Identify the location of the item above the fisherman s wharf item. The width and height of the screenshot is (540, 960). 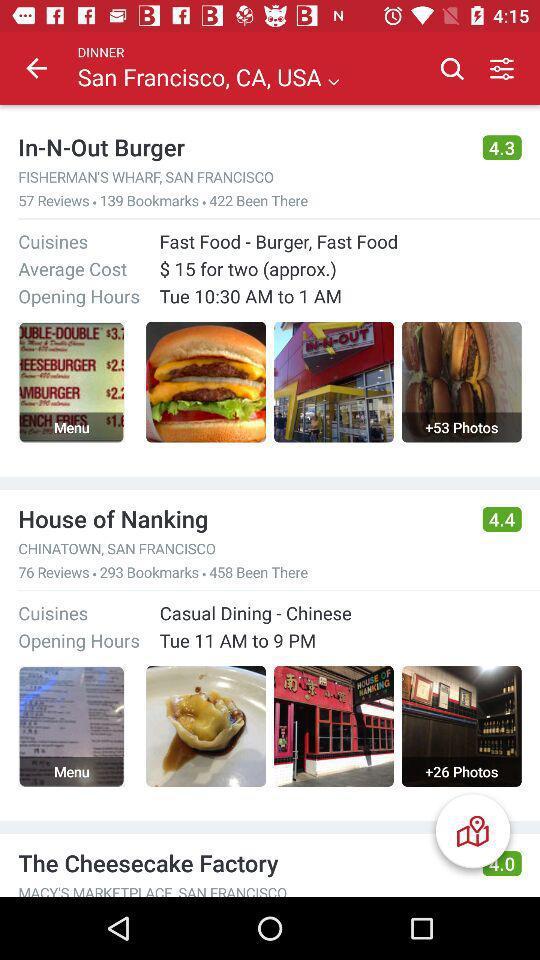
(241, 146).